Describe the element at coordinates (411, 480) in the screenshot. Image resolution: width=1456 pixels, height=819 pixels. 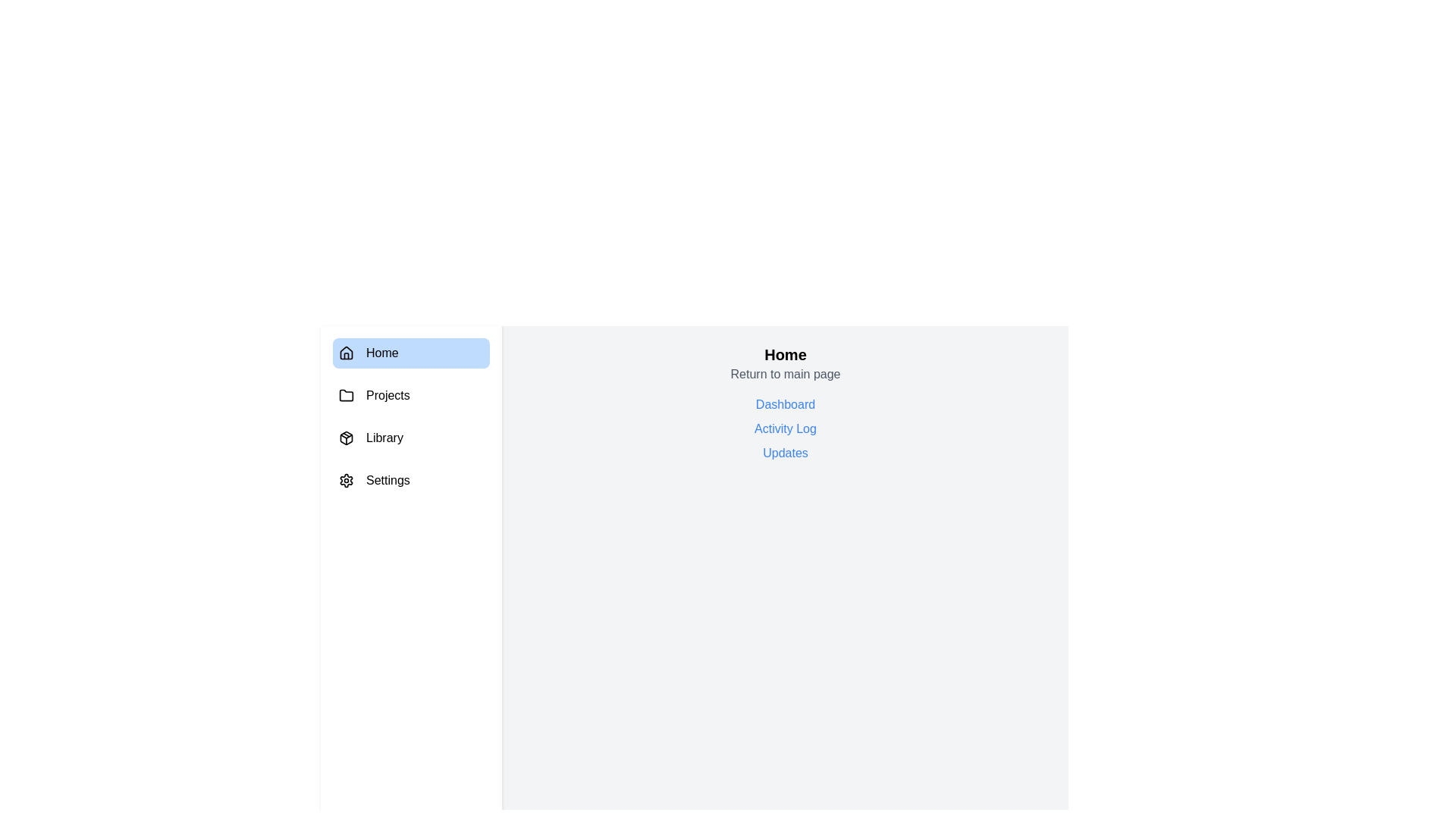
I see `the 'Settings' navigation link, which is the fourth item in the menu` at that location.